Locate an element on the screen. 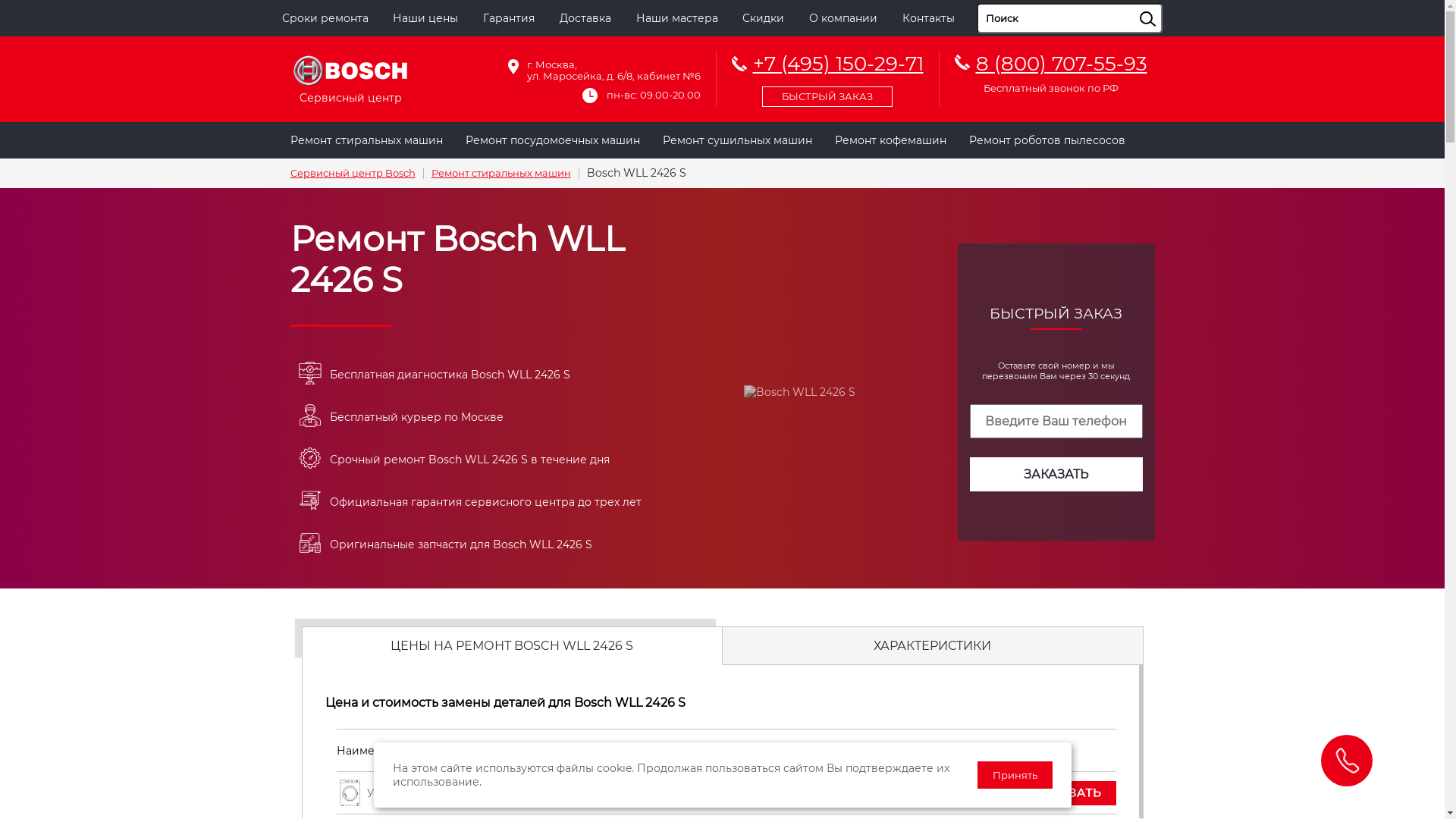  '+7 (495) 150-29-71' is located at coordinates (826, 77).